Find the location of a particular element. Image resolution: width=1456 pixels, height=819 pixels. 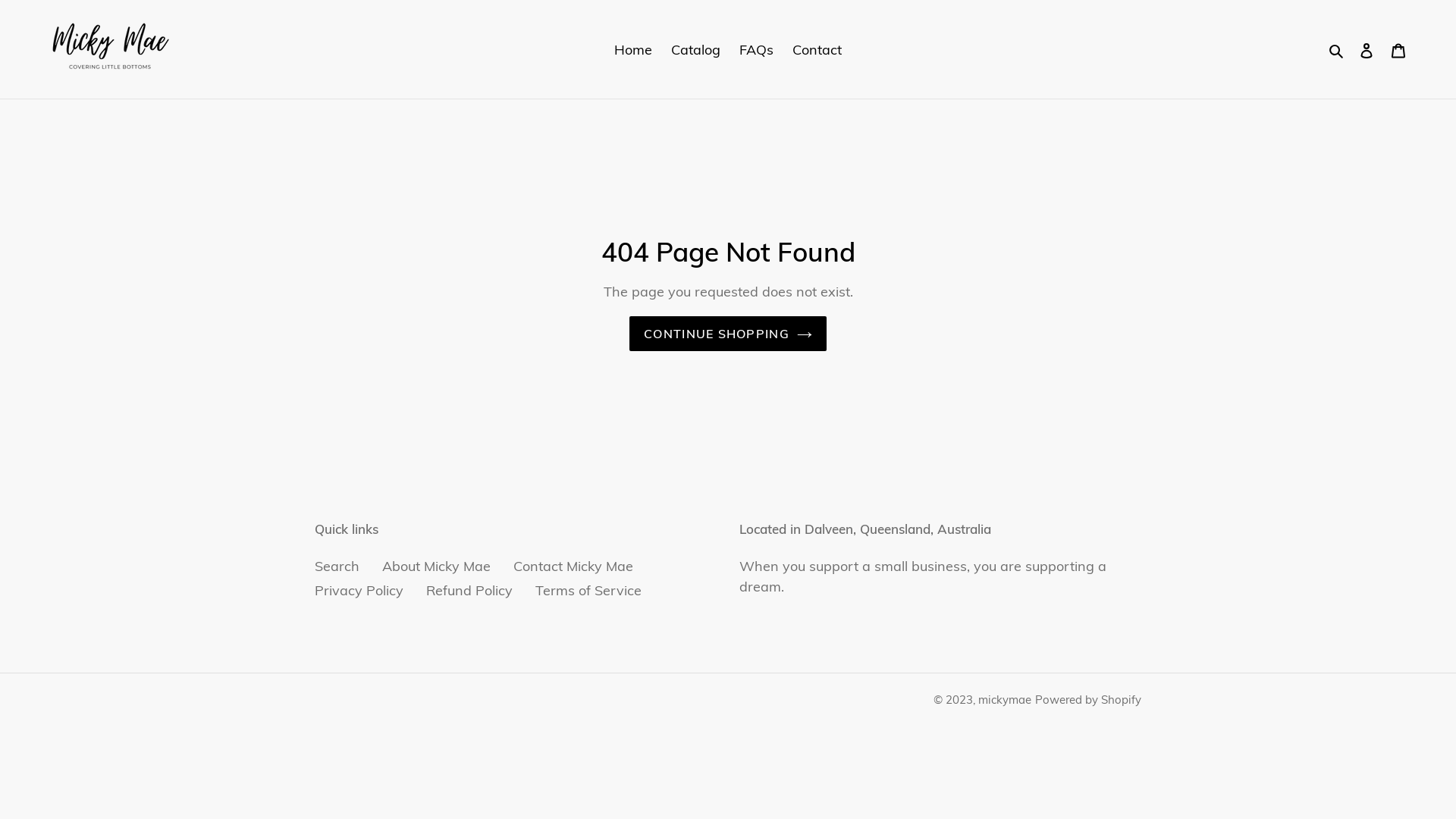

'Refund Policy' is located at coordinates (469, 589).